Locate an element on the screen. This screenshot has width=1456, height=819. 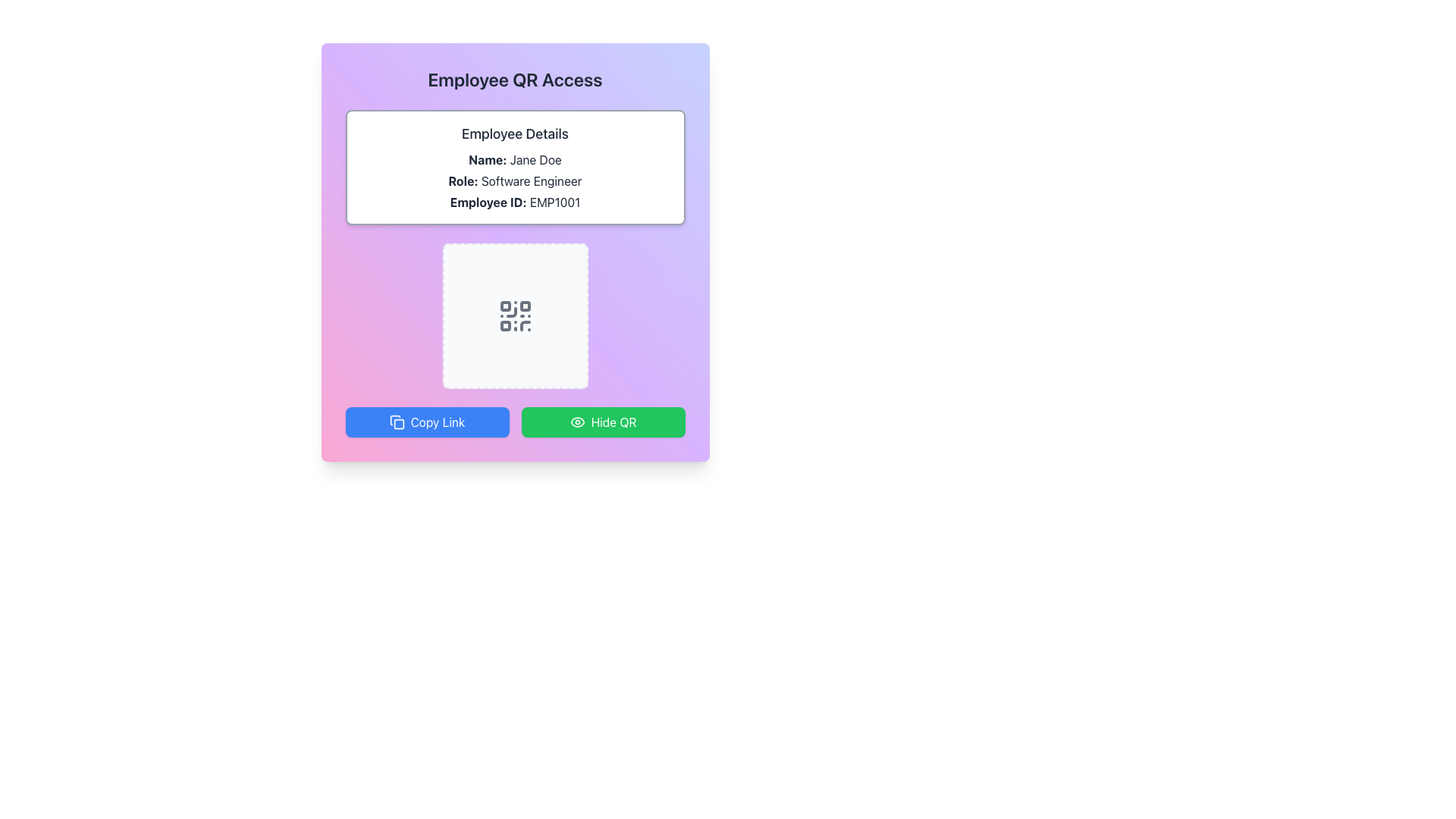
the bottom-left small square within the QR code representation, which is filled with gray color and has rounded corners is located at coordinates (505, 325).